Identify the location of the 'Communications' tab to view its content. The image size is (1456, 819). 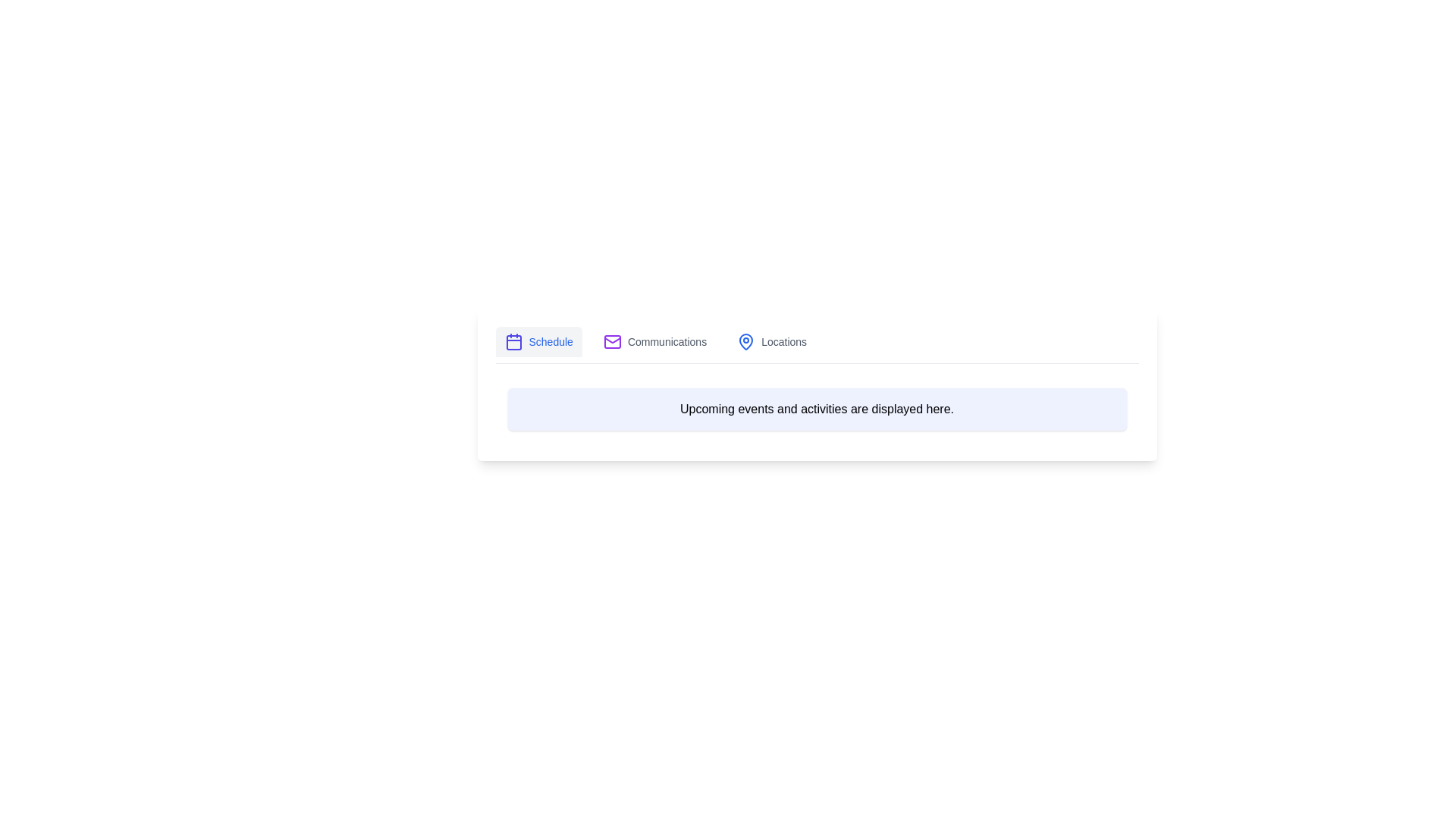
(655, 342).